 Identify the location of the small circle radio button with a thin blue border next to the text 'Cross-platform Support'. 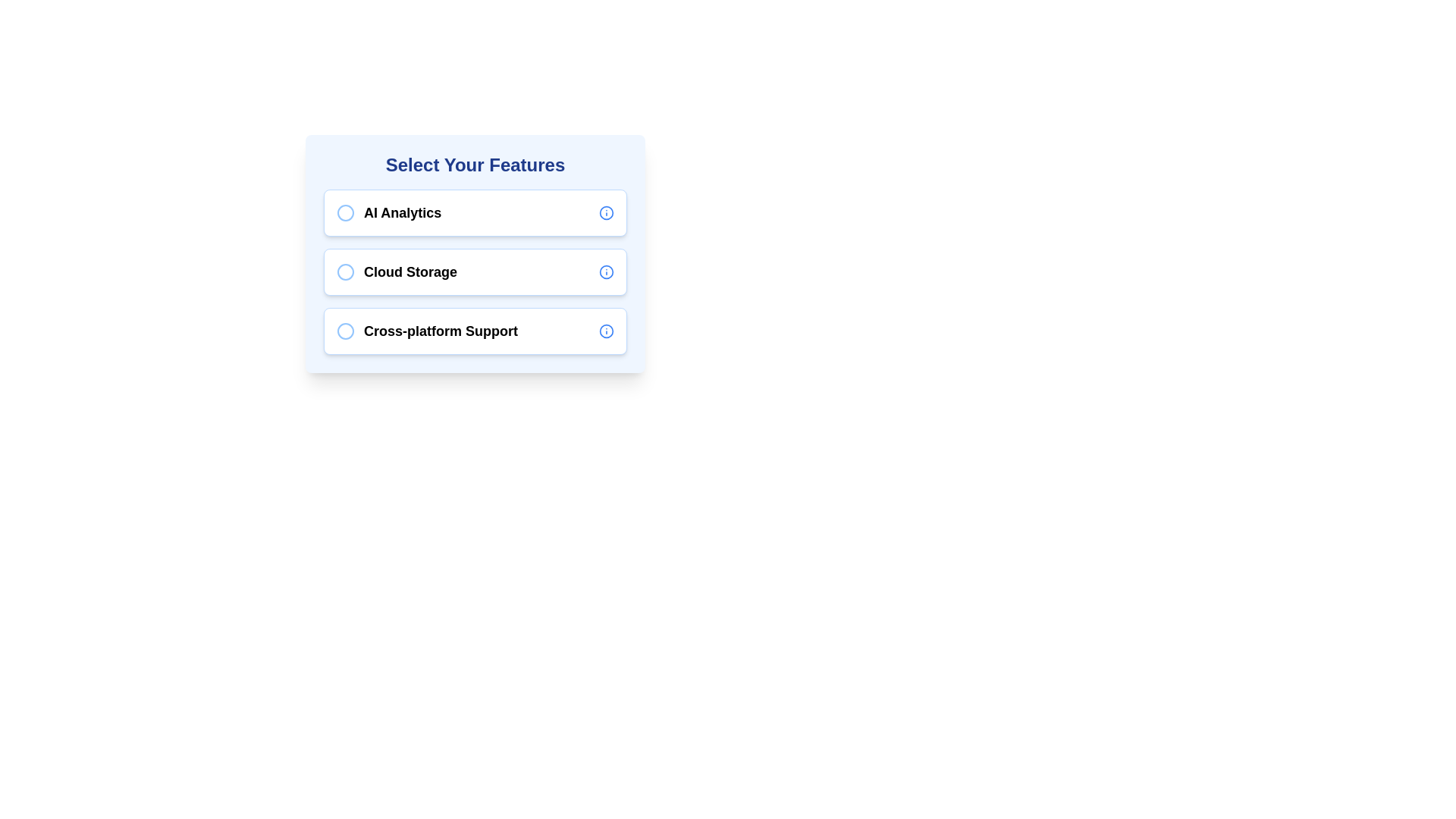
(345, 330).